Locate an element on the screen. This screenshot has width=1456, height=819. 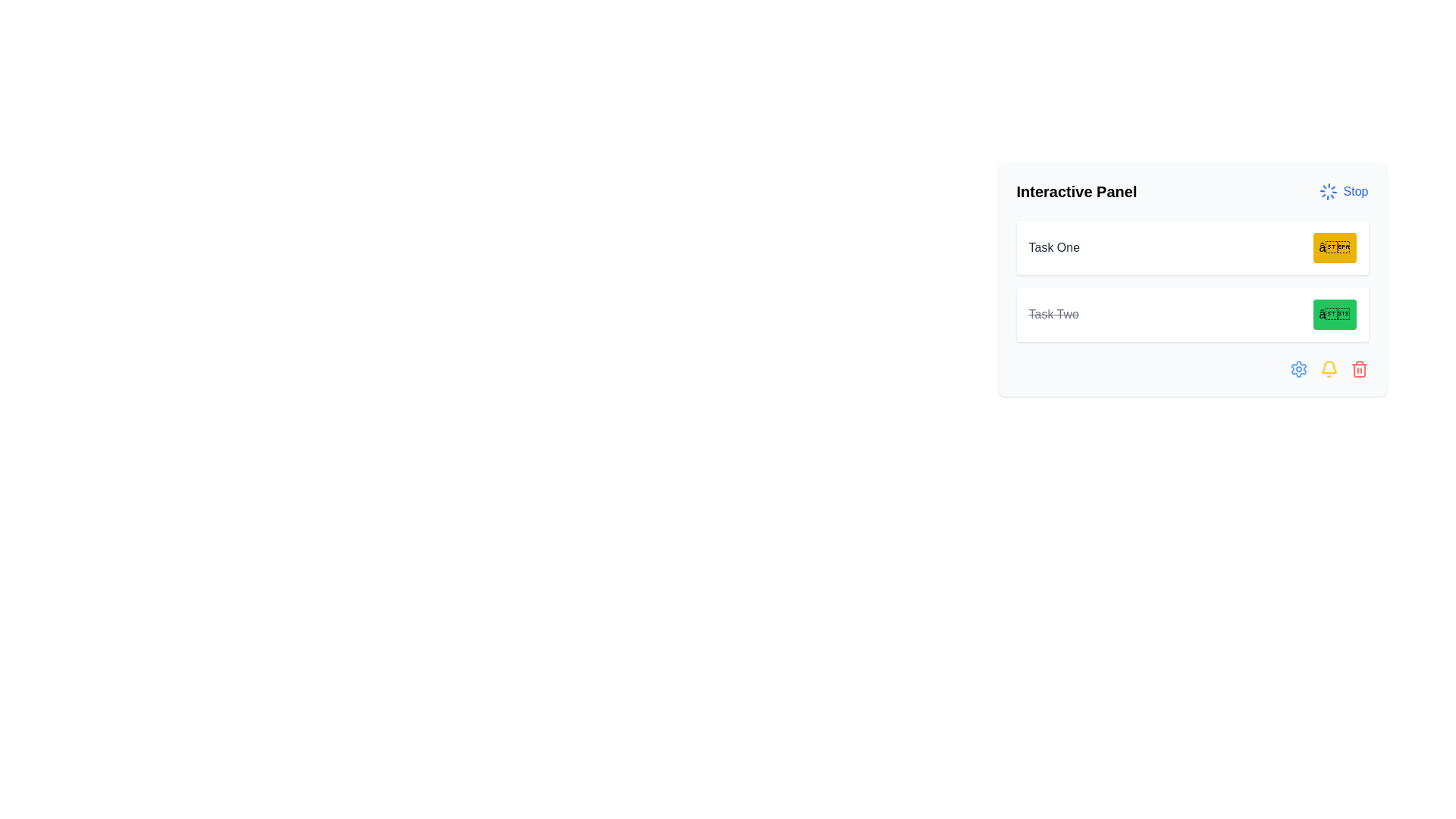
the small red trash bin icon located at the bottom right of the panel is located at coordinates (1359, 369).